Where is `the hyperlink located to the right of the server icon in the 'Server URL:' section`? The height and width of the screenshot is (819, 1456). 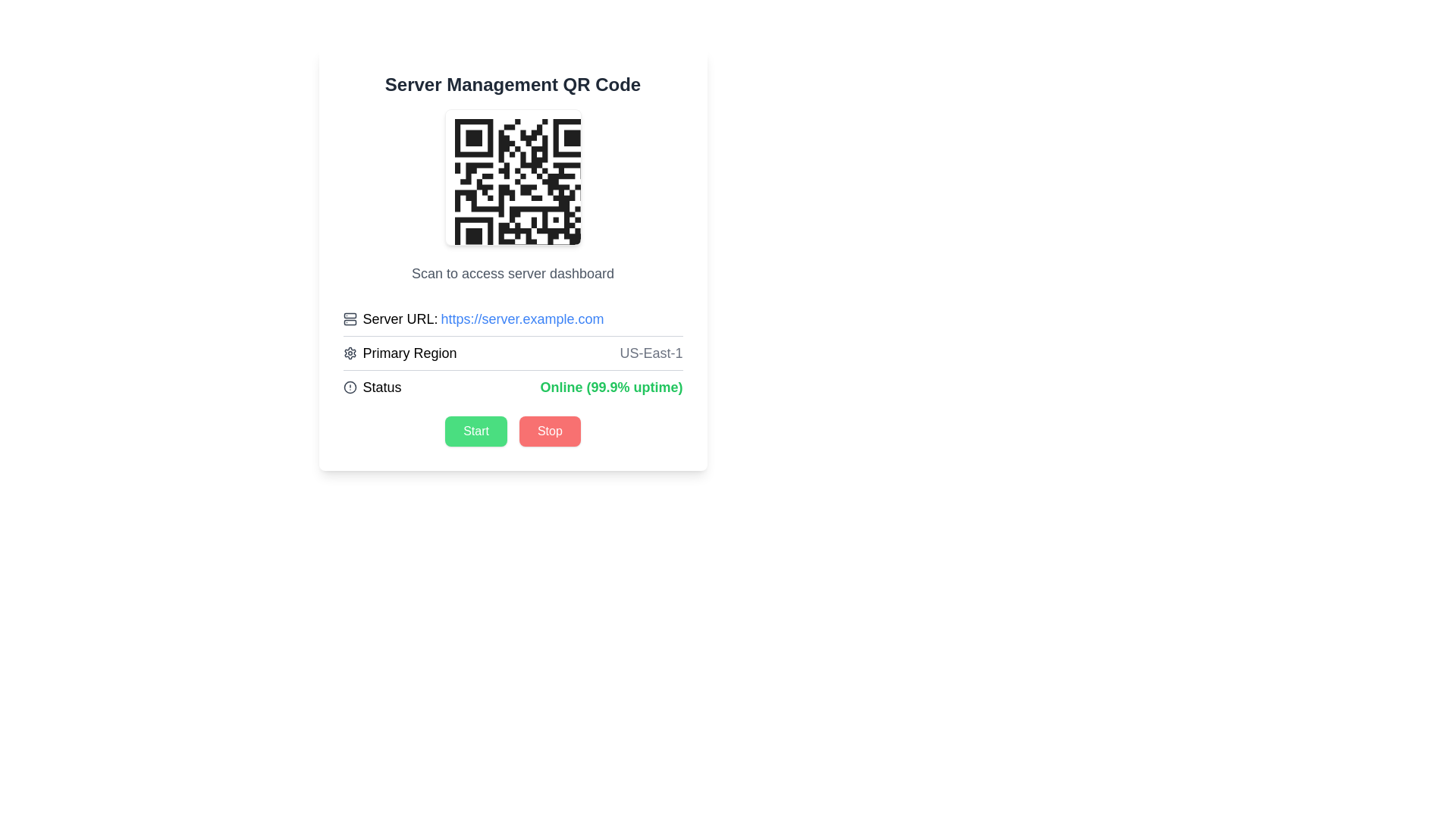
the hyperlink located to the right of the server icon in the 'Server URL:' section is located at coordinates (522, 318).